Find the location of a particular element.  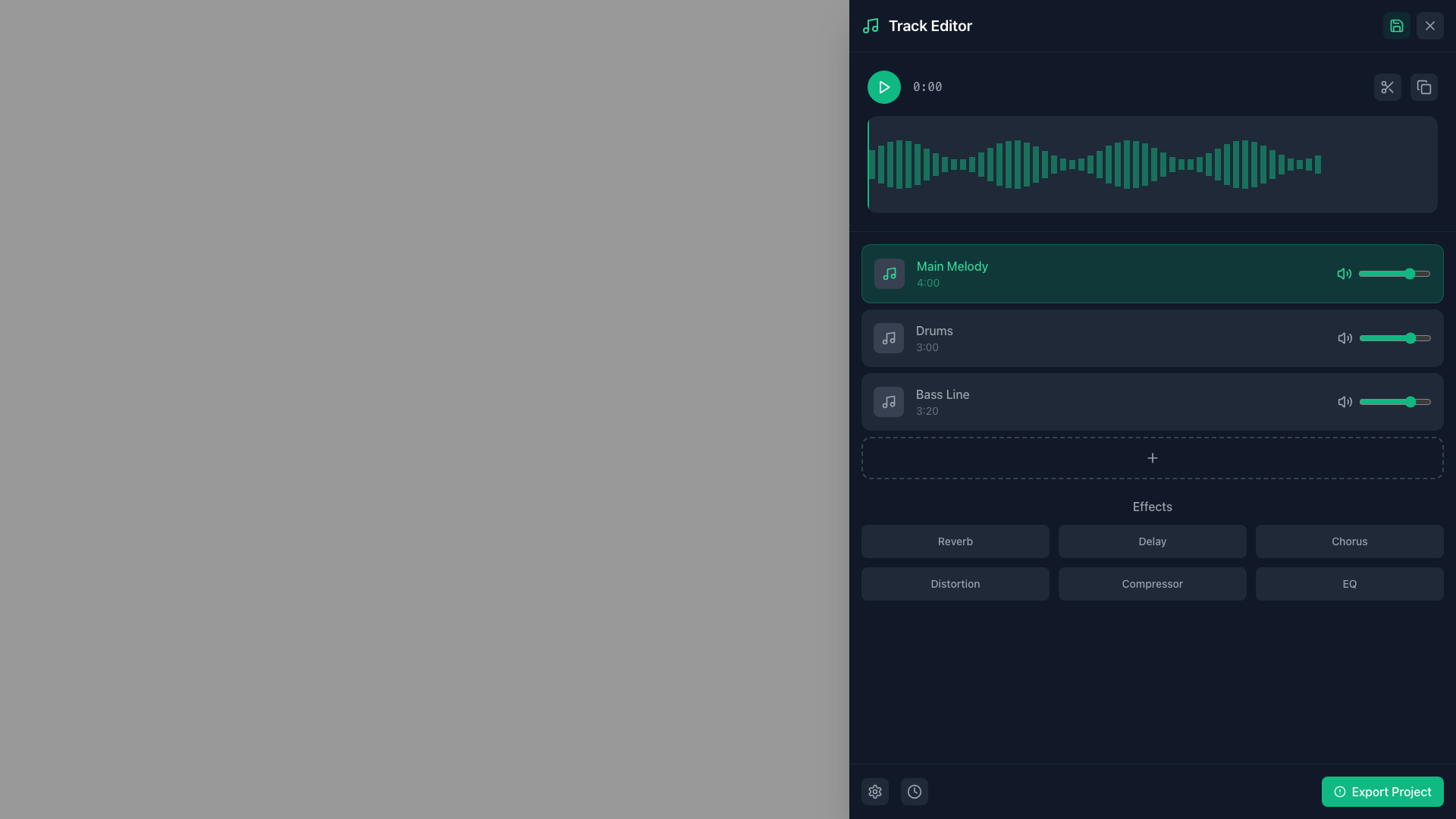

the 'Save' icon, which is centered within a green button located at the top-right corner of the application interface is located at coordinates (1396, 26).